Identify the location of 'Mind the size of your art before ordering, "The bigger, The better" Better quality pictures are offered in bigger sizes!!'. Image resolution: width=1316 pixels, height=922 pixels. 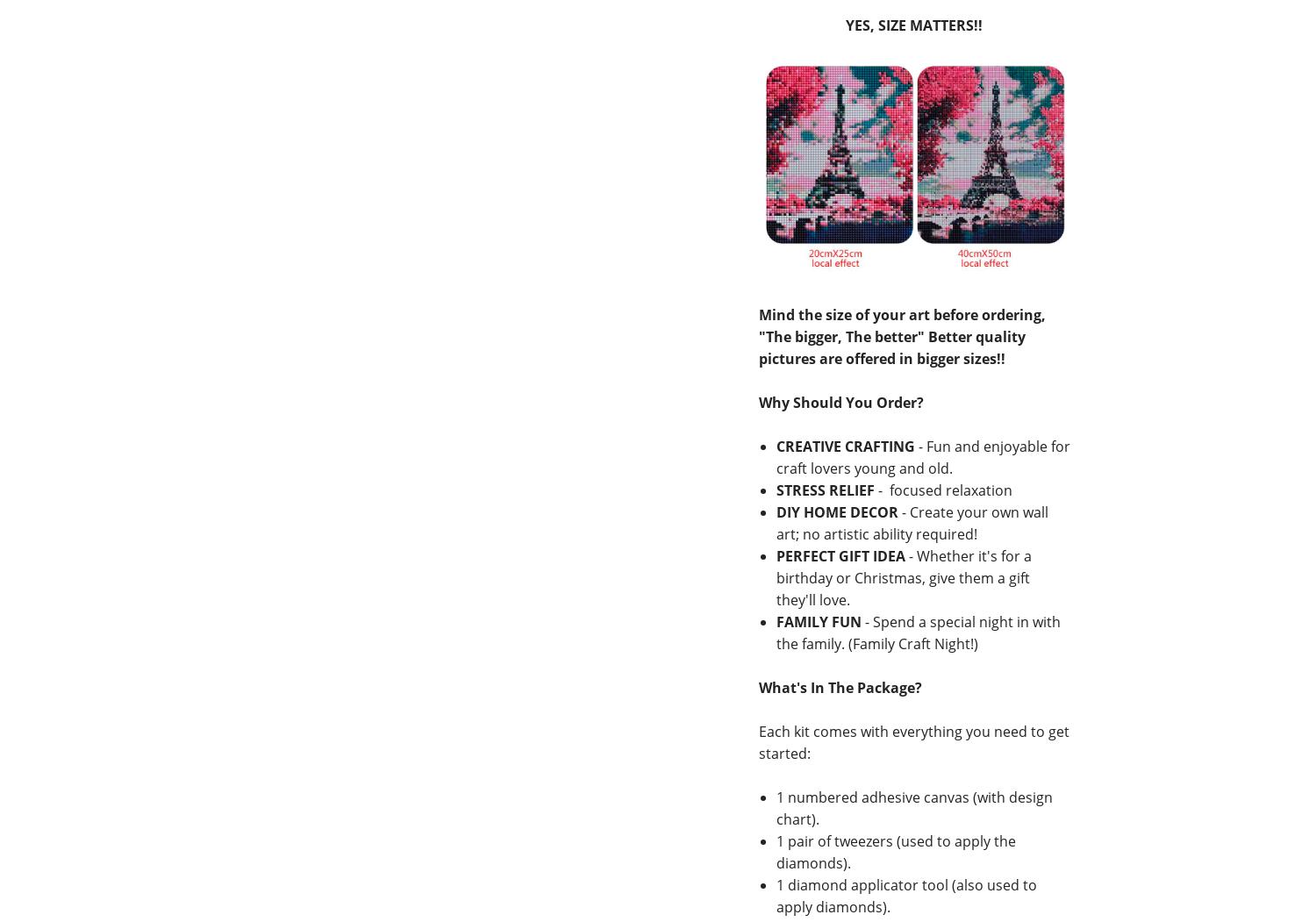
(756, 336).